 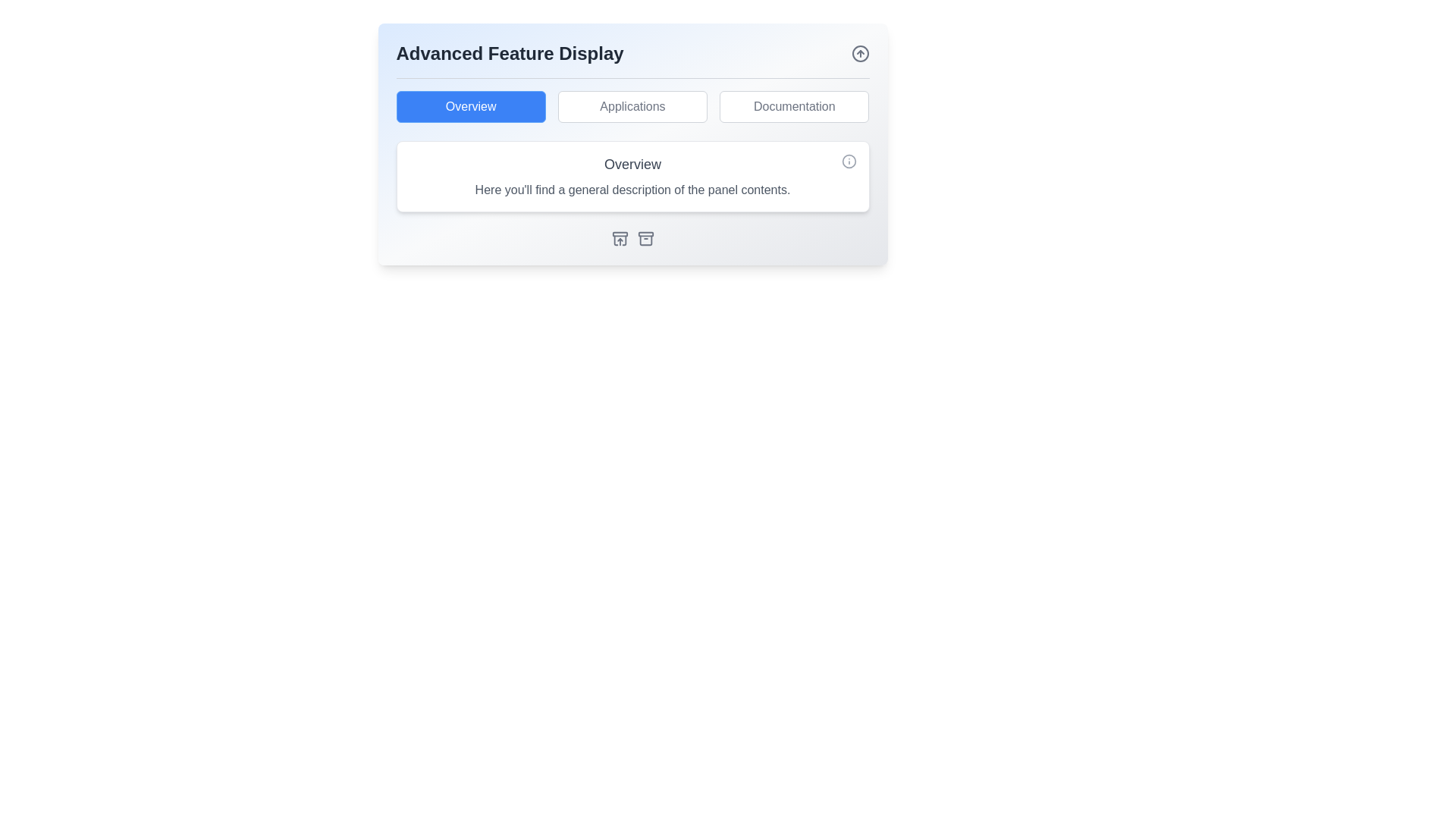 I want to click on the panel titled 'Advanced Feature Display', so click(x=632, y=144).